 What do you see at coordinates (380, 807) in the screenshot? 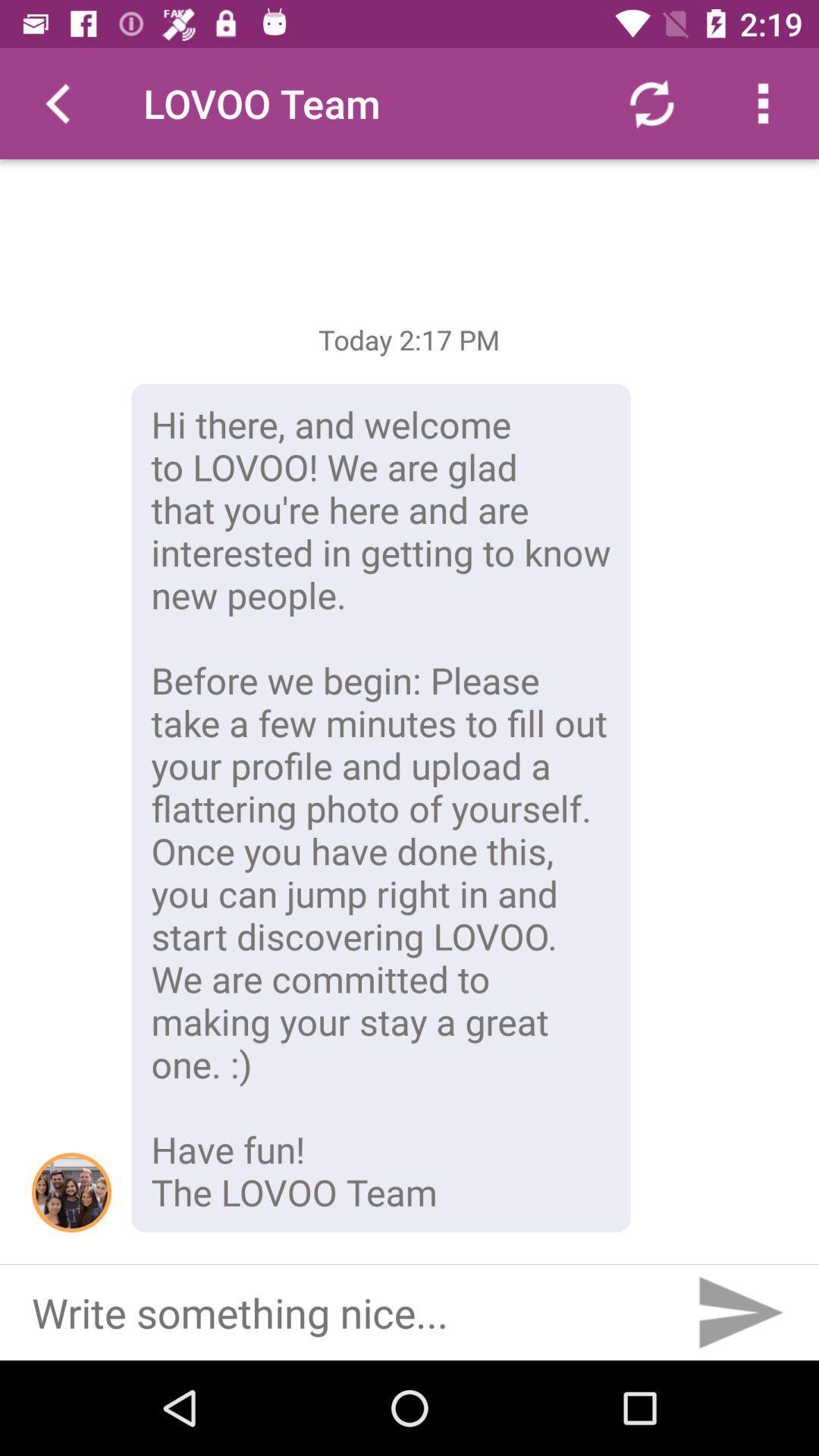
I see `hi there and icon` at bounding box center [380, 807].